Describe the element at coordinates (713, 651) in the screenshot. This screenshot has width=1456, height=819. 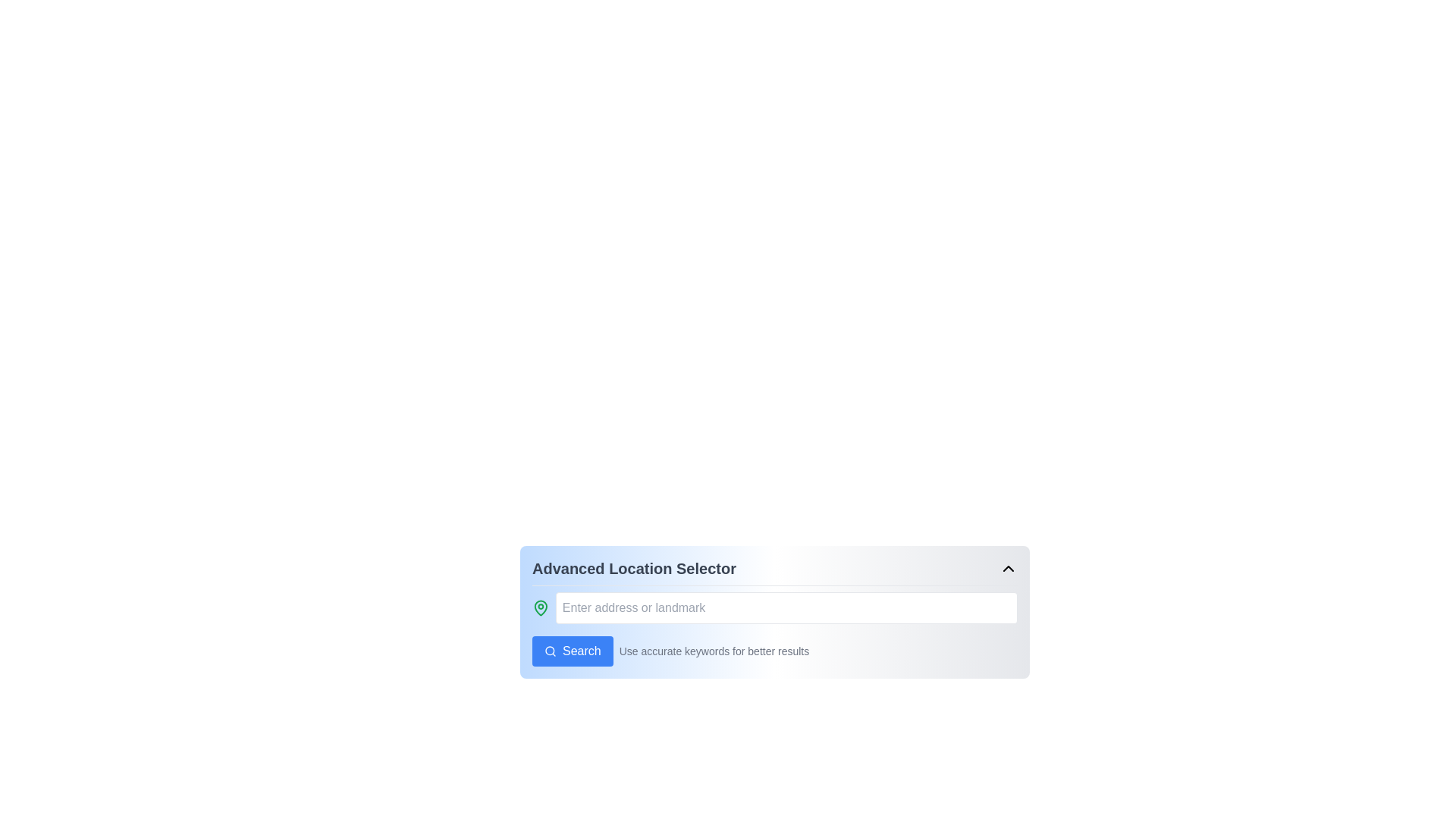
I see `the Text Label that provides hints for optimizing search keywords, located immediately to the right of the blue Search button` at that location.